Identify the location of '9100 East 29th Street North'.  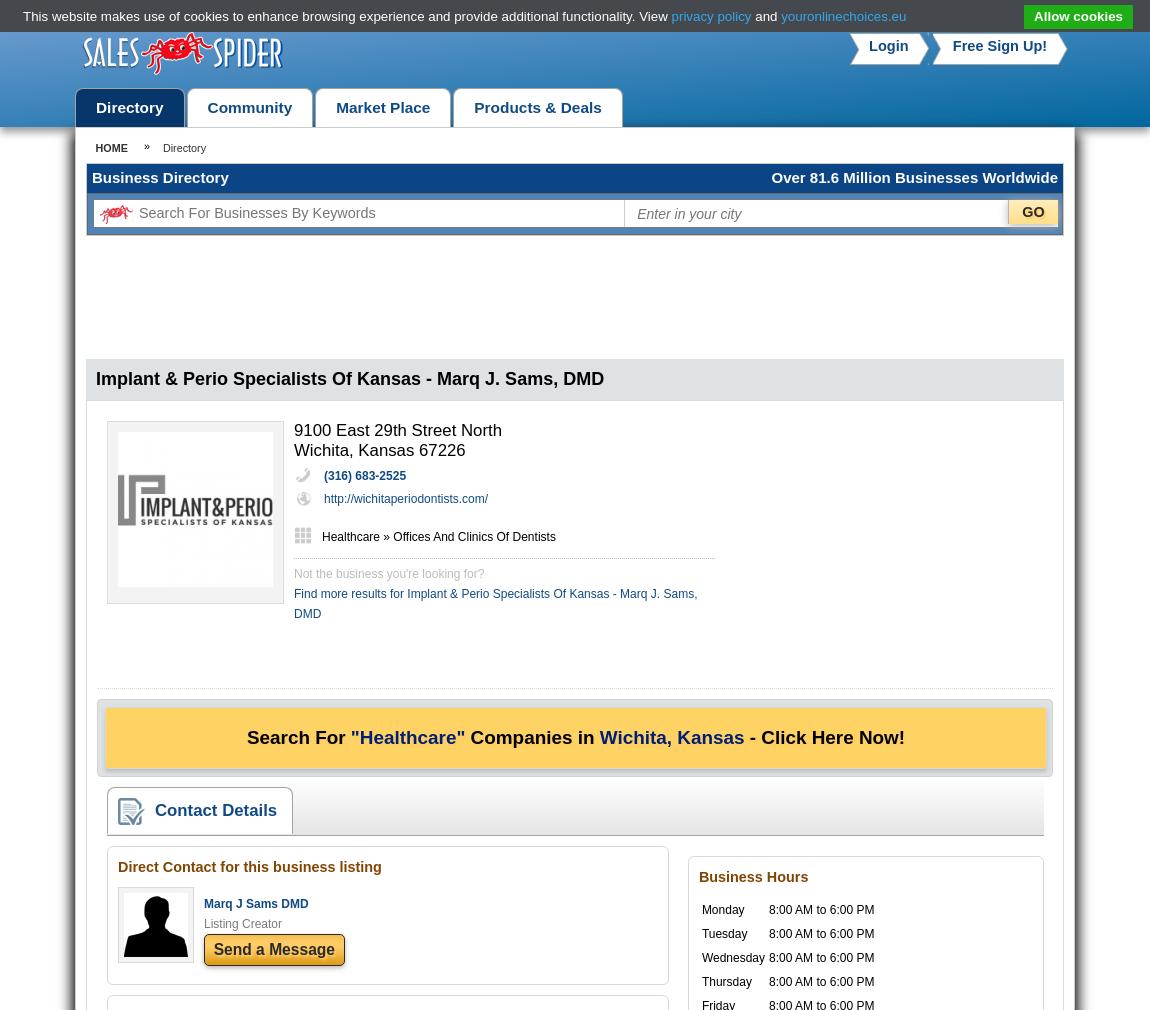
(398, 430).